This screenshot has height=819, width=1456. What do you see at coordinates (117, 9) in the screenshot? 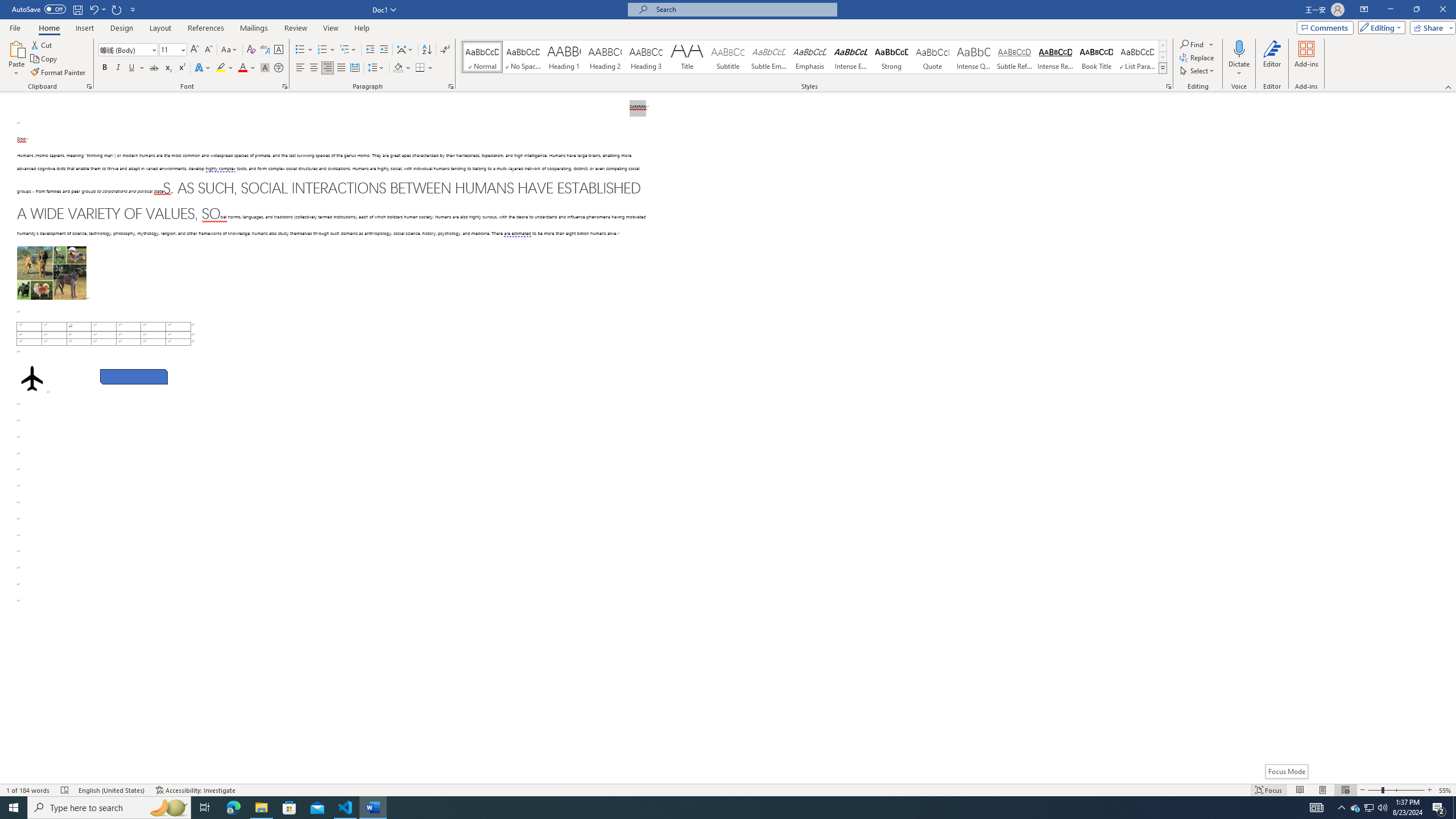
I see `'Repeat Paragraph Alignment'` at bounding box center [117, 9].